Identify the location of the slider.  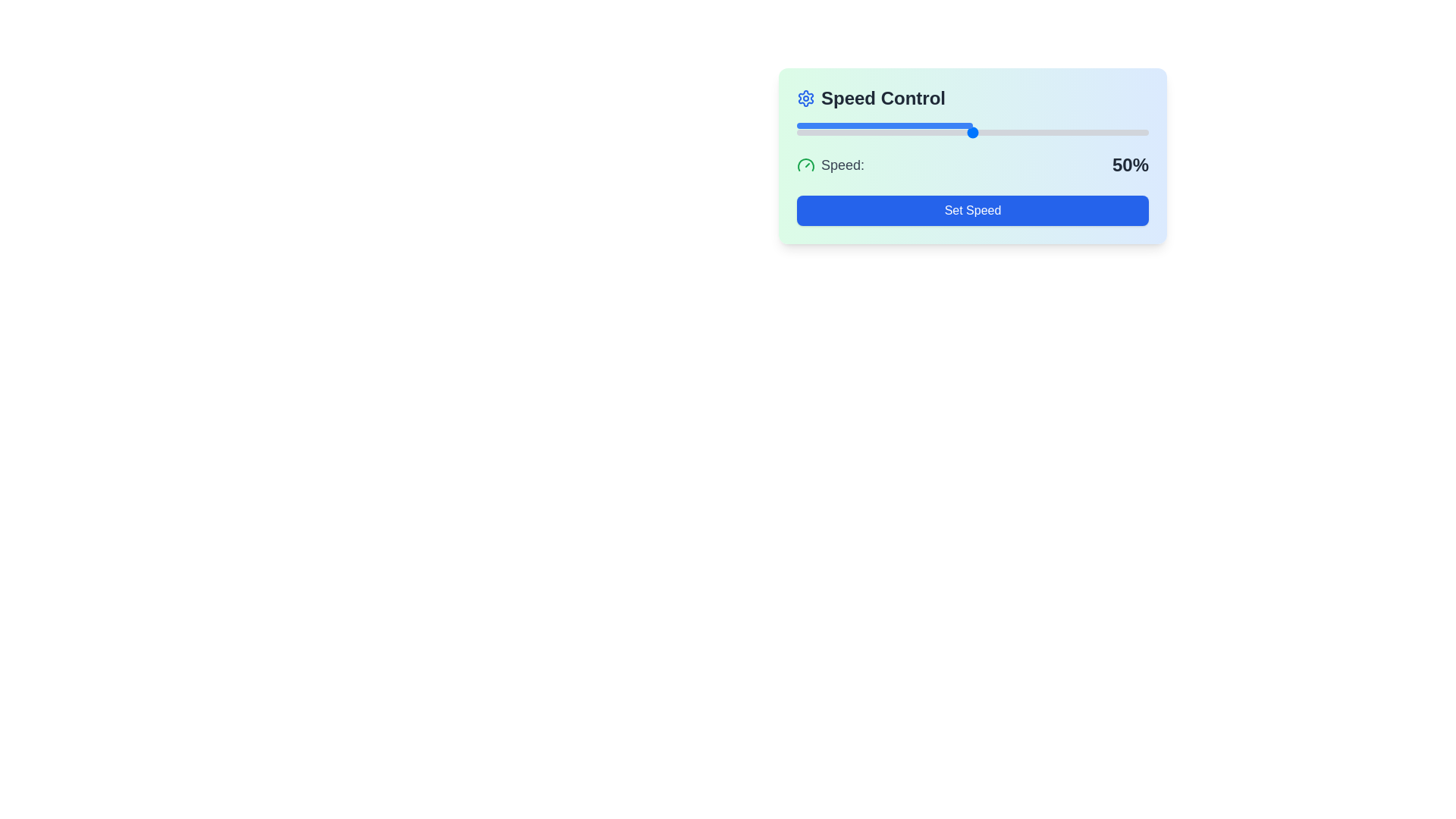
(1008, 131).